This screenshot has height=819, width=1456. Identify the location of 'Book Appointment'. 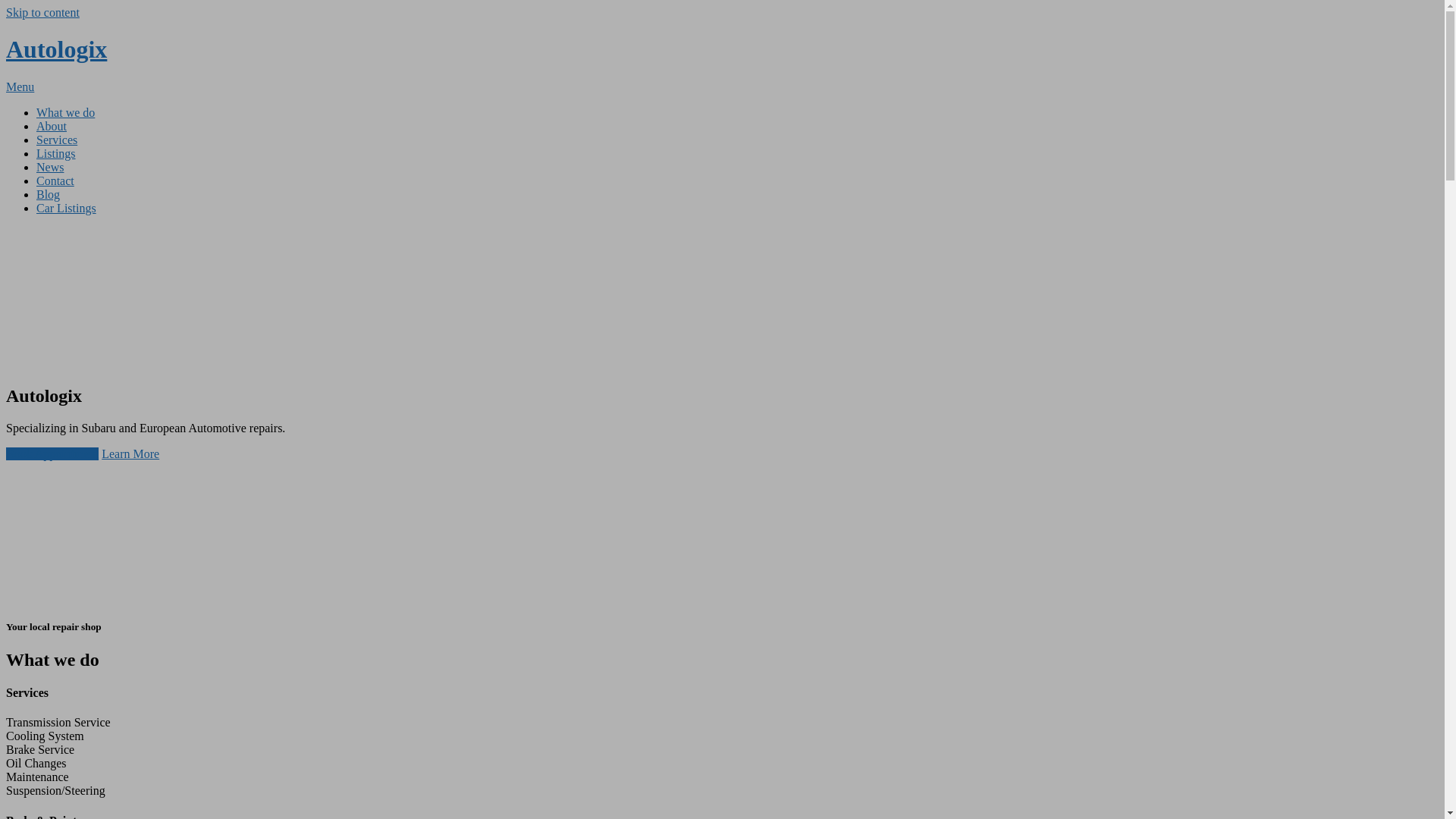
(6, 453).